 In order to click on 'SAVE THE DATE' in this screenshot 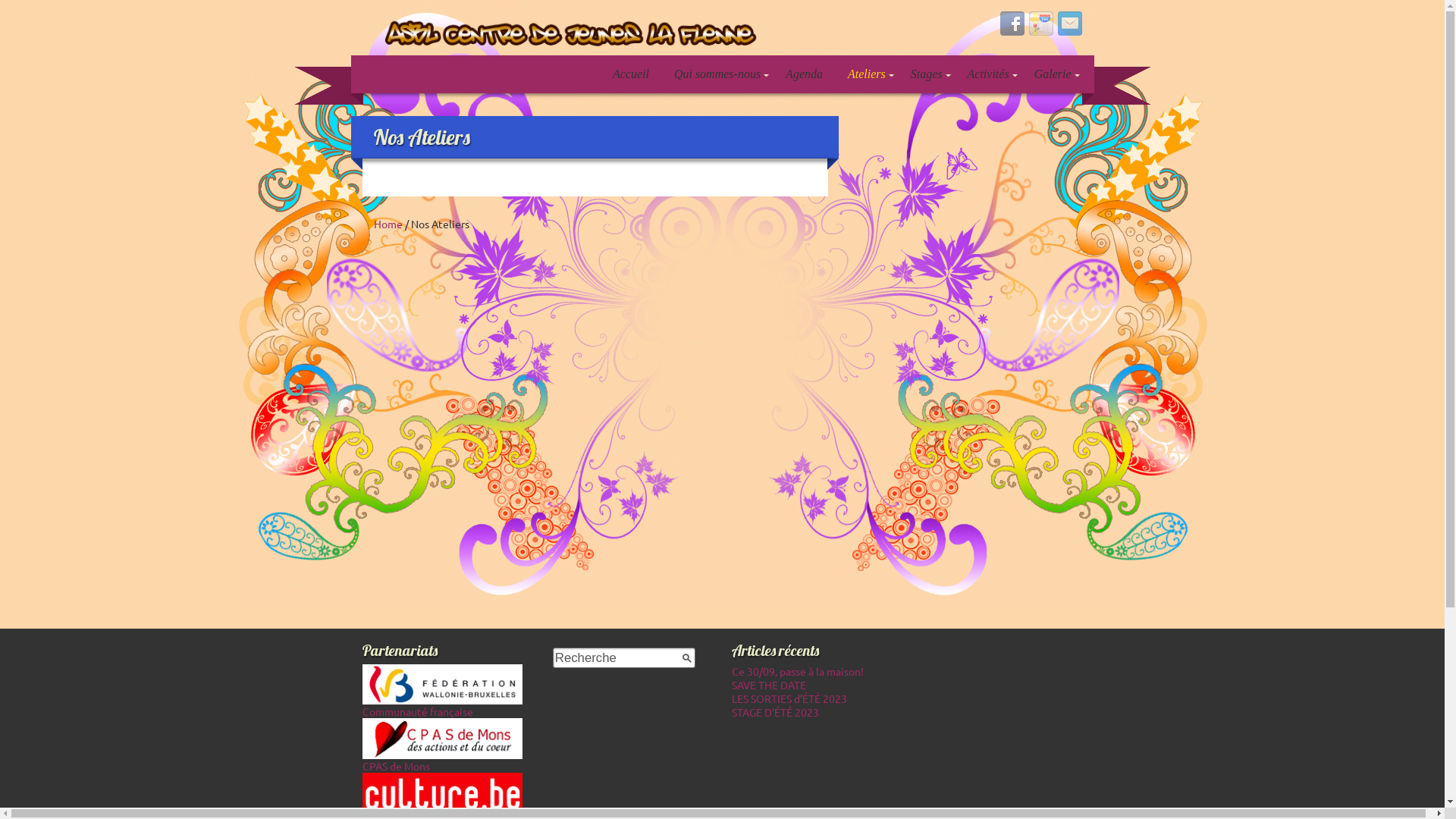, I will do `click(768, 684)`.